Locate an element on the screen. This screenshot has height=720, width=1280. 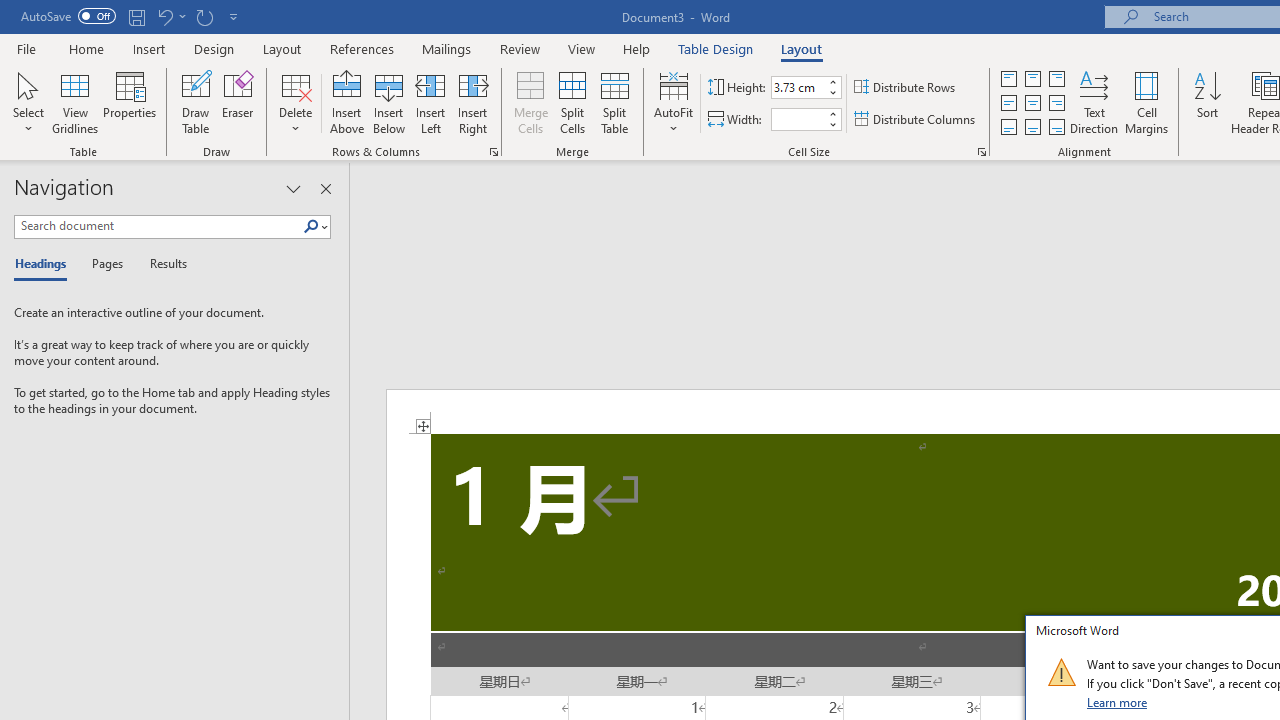
'Search document' is located at coordinates (157, 225).